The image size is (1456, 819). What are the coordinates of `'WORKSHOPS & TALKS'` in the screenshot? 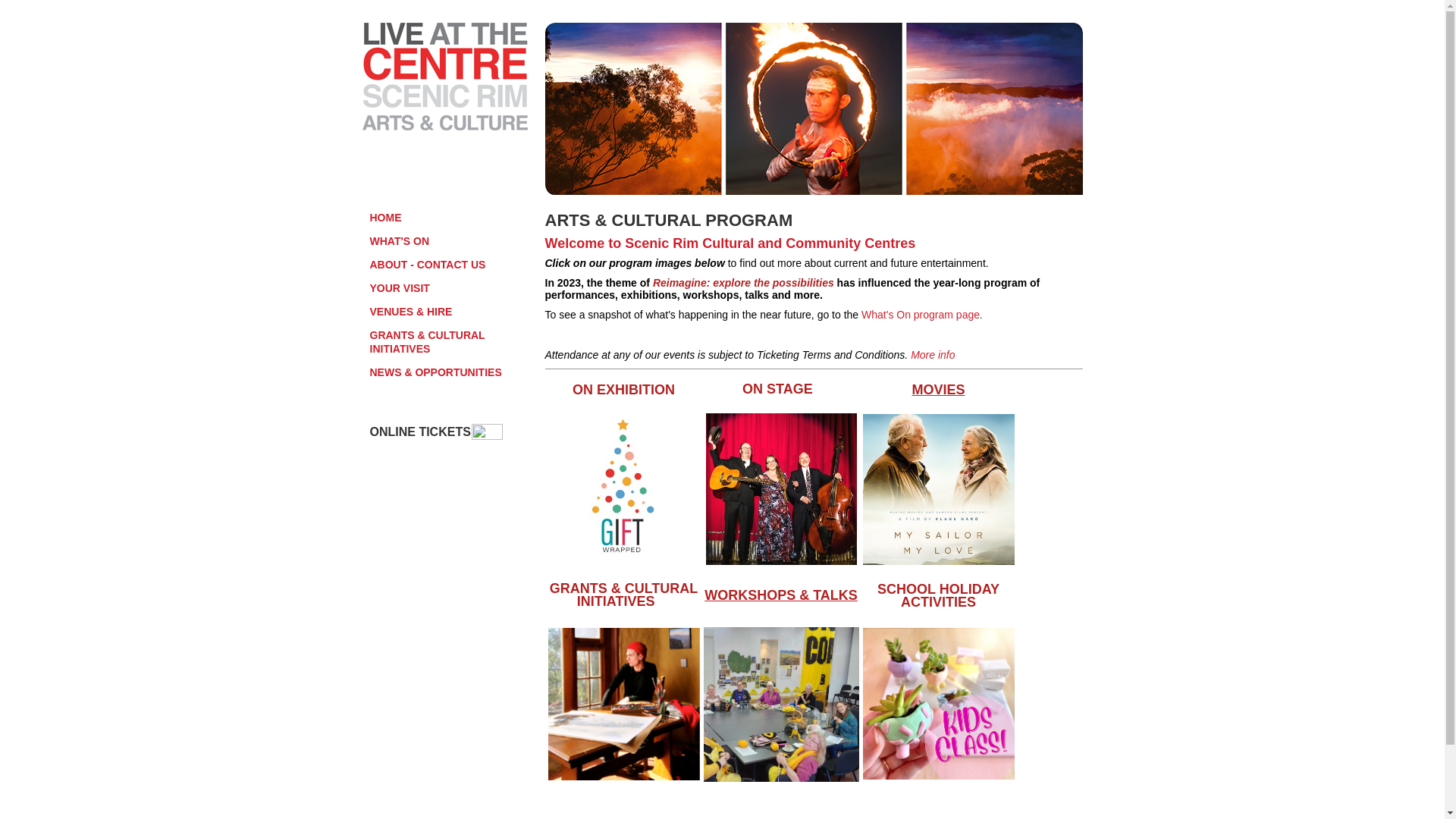 It's located at (781, 595).